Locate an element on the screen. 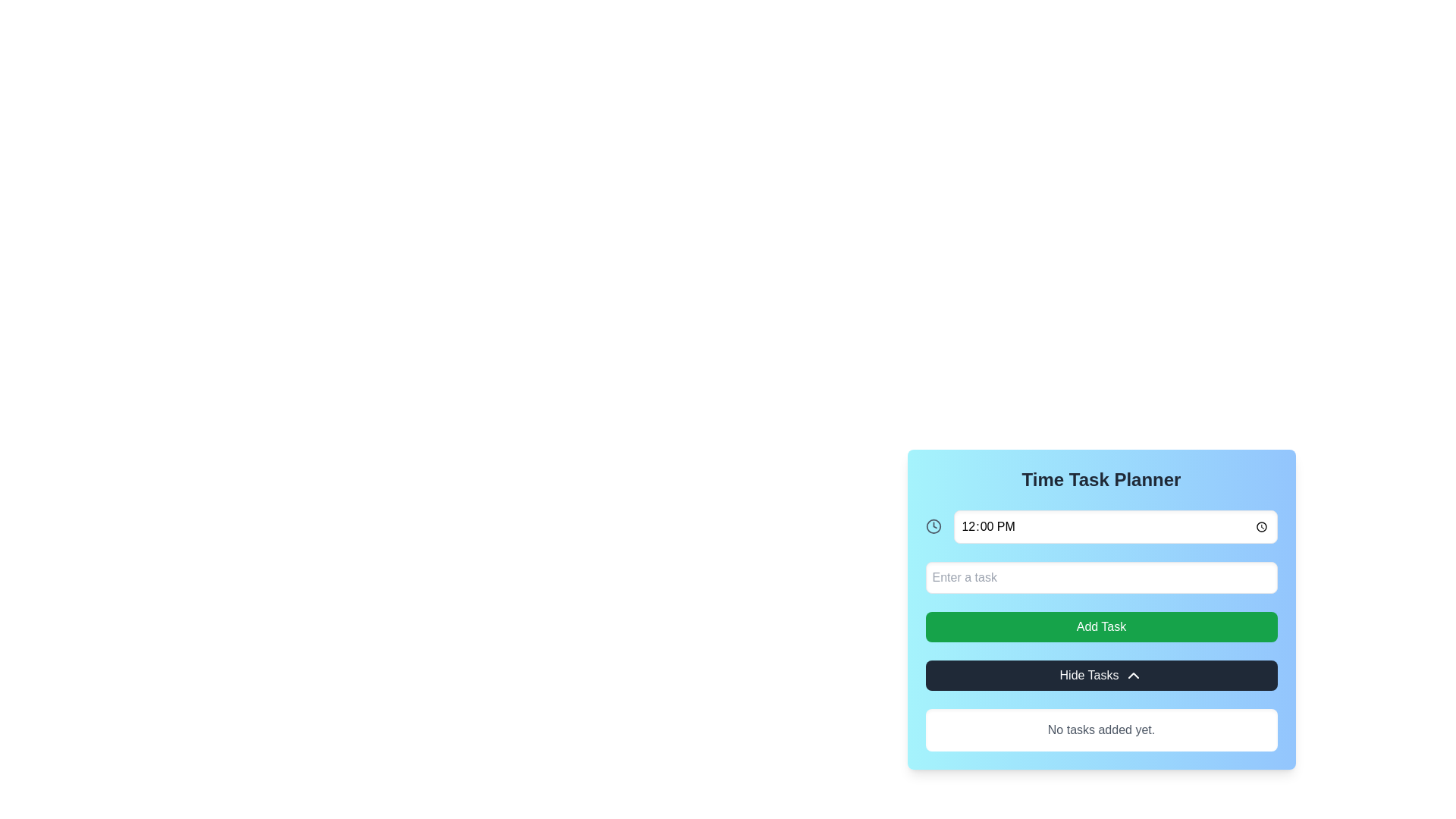 The image size is (1456, 819). the circular outline of the SVG clock icon located on the left side of the Time Task Planner interface is located at coordinates (933, 526).